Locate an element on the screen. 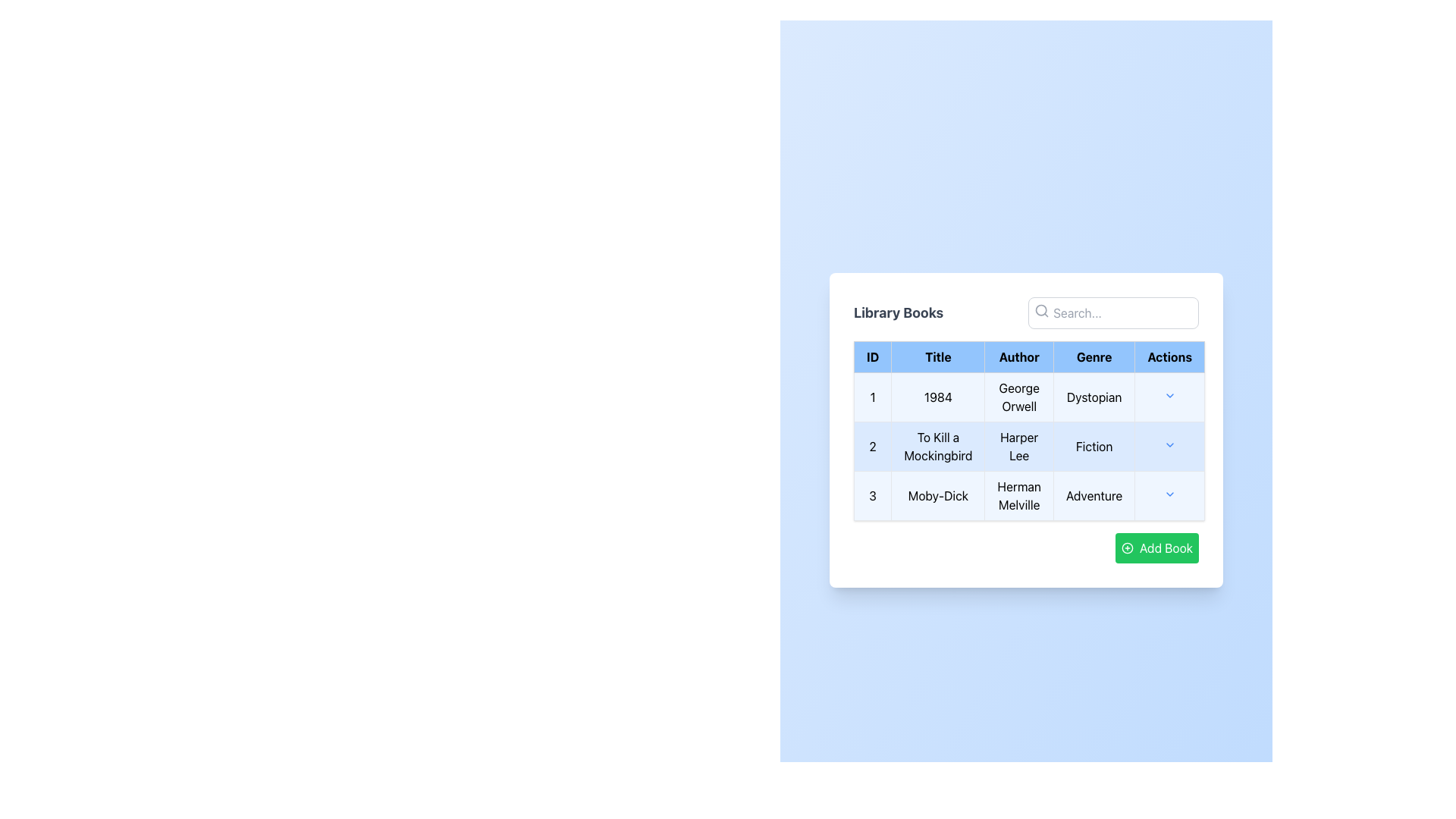 The width and height of the screenshot is (1456, 819). the text label displaying the title of a book in the second row of the table, located in the 'Title' column, adjacent to '2' in the 'ID' column and 'Harper Lee' in the 'Author' column is located at coordinates (937, 445).